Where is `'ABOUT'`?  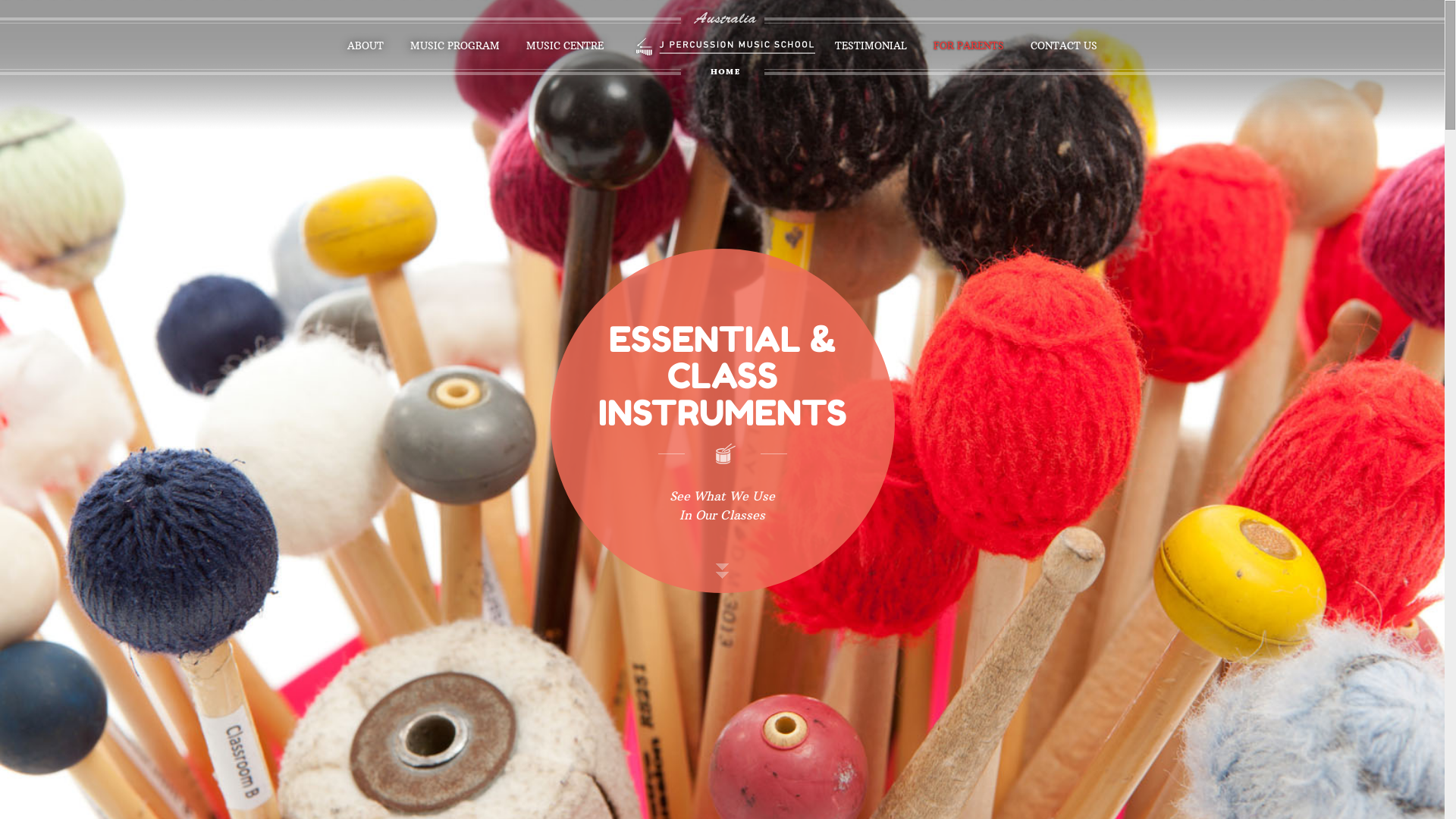 'ABOUT' is located at coordinates (365, 45).